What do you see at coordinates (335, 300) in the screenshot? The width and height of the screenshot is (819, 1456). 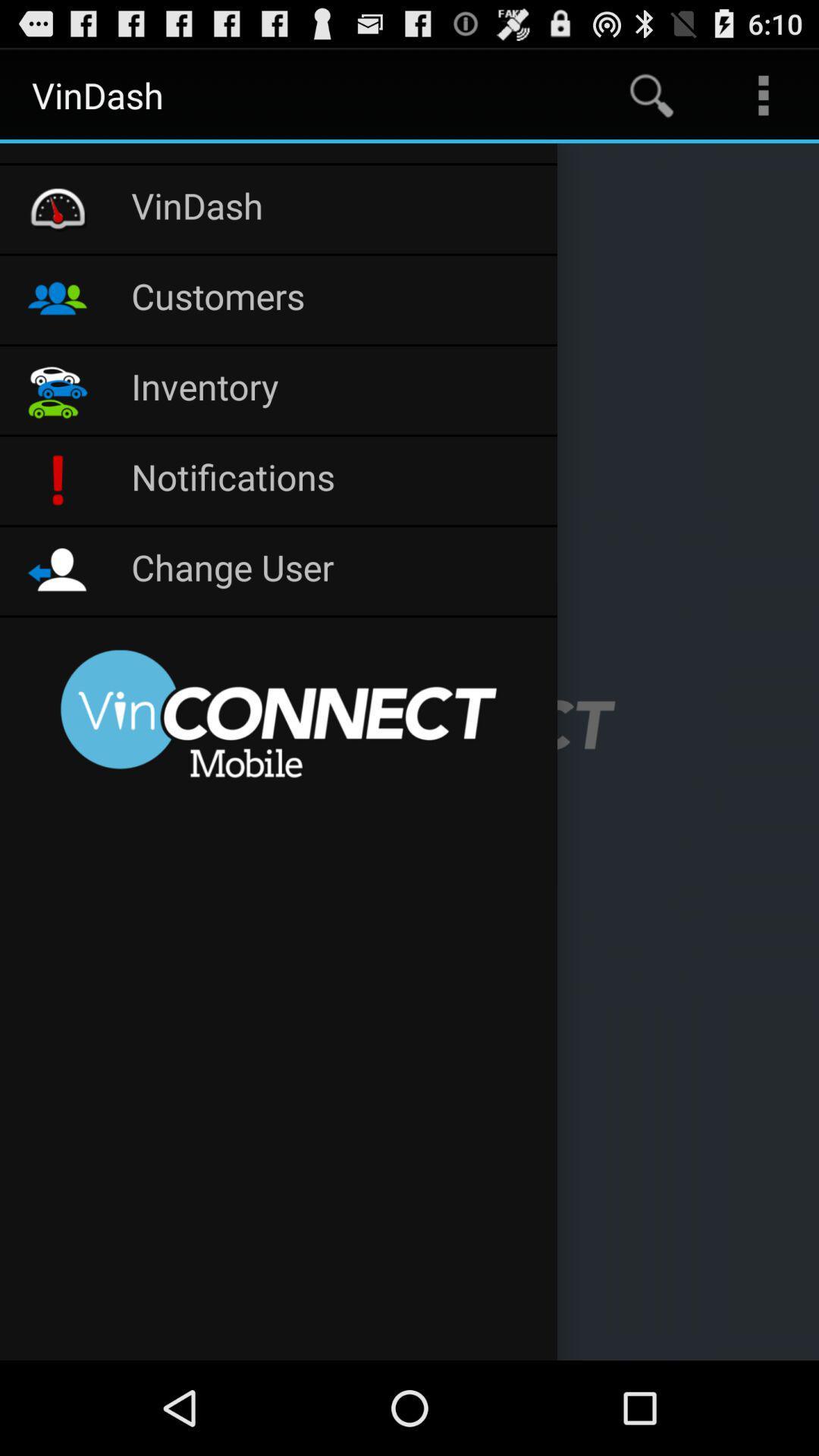 I see `icon below the vindash item` at bounding box center [335, 300].